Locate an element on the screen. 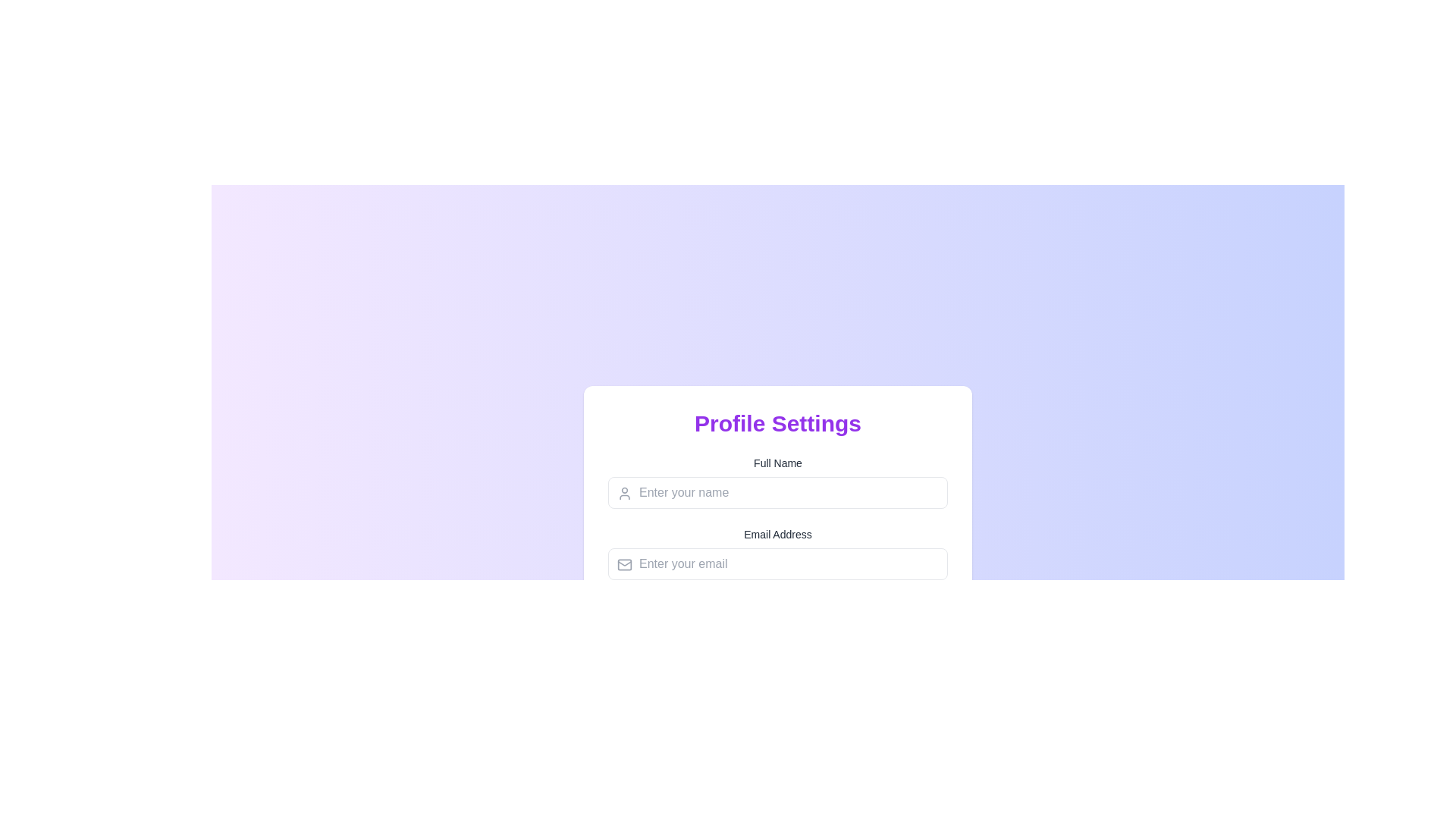  the label that provides context and description for the email input field in the 'Profile Settings' panel, located above the email input field is located at coordinates (778, 534).